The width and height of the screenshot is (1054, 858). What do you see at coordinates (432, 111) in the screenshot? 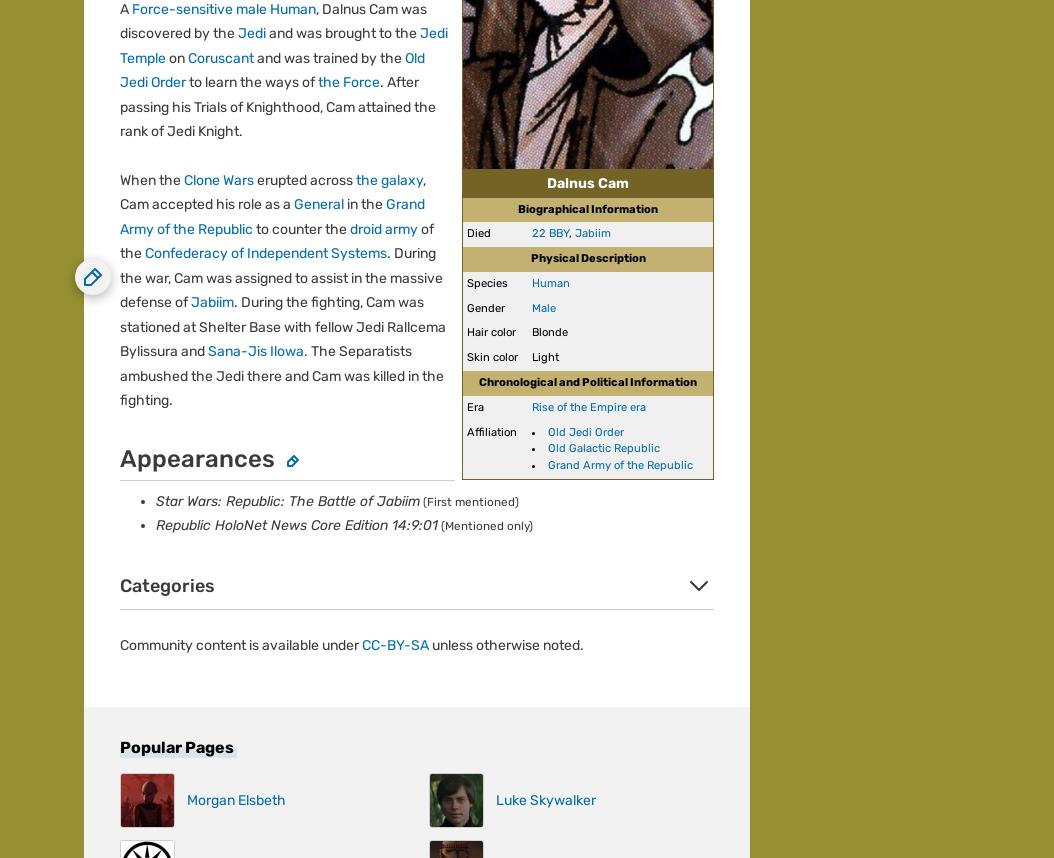
I see `'Help'` at bounding box center [432, 111].